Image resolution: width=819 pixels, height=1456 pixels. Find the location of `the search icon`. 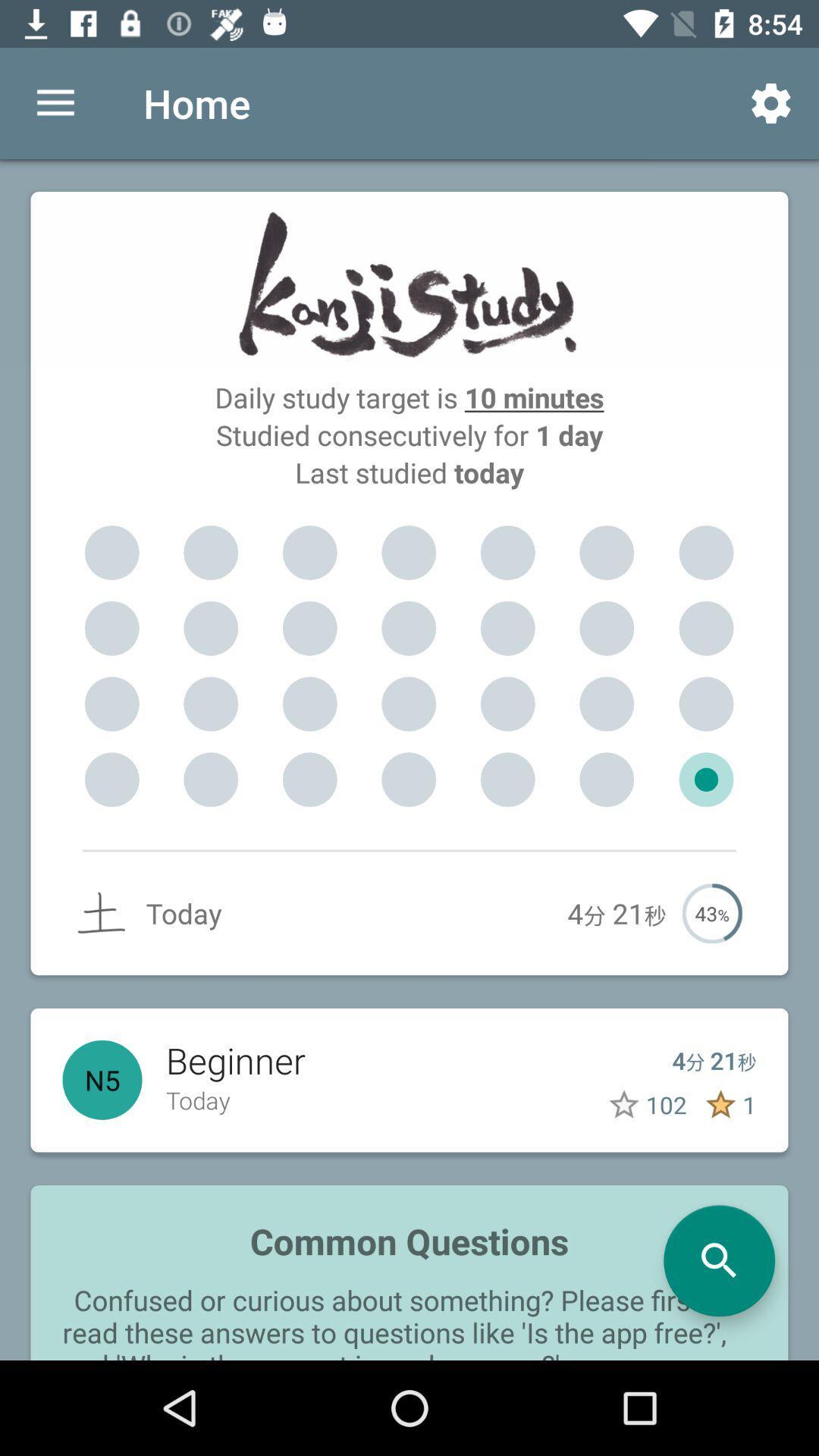

the search icon is located at coordinates (718, 1260).